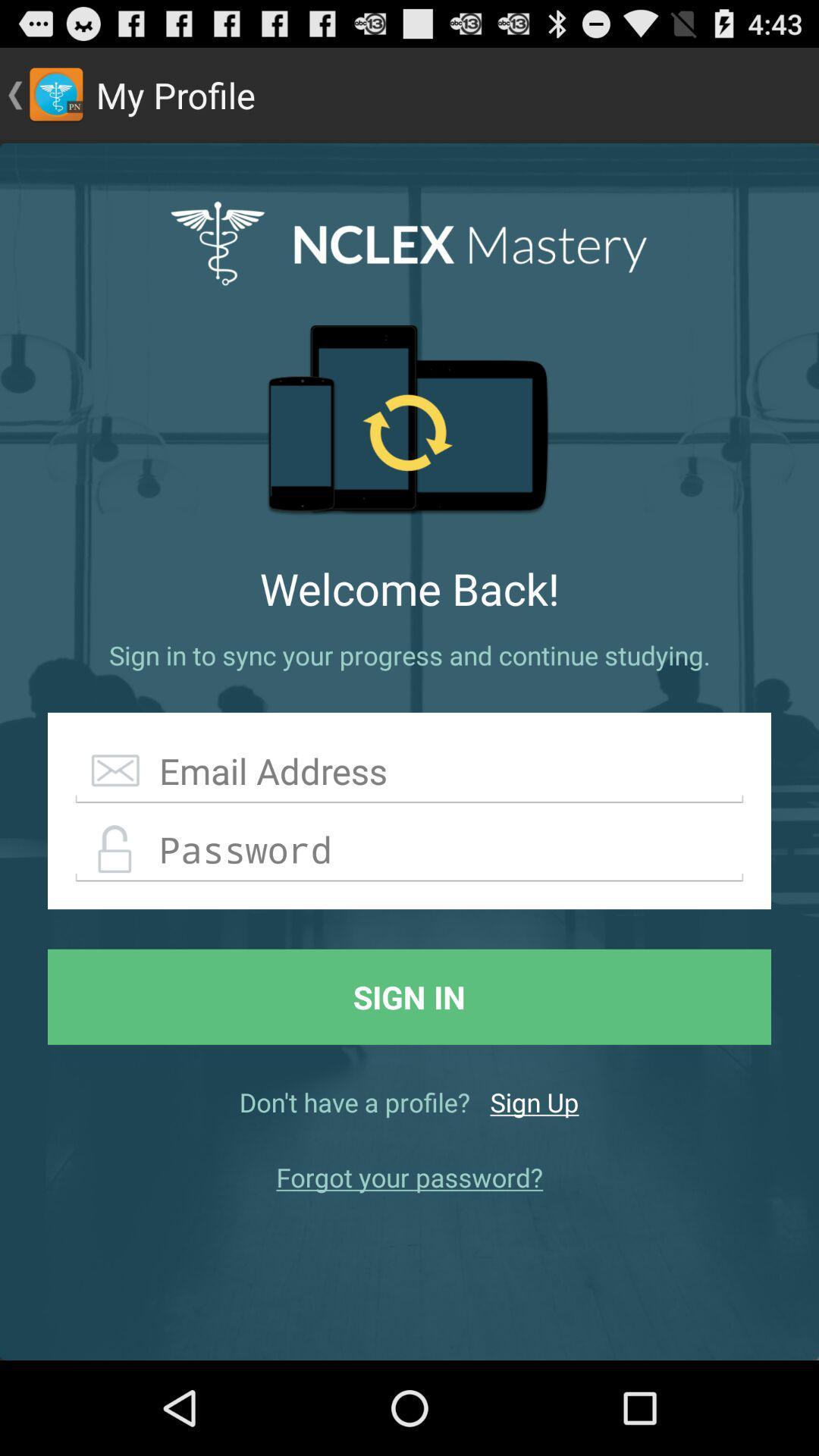  I want to click on sign up icon, so click(534, 1102).